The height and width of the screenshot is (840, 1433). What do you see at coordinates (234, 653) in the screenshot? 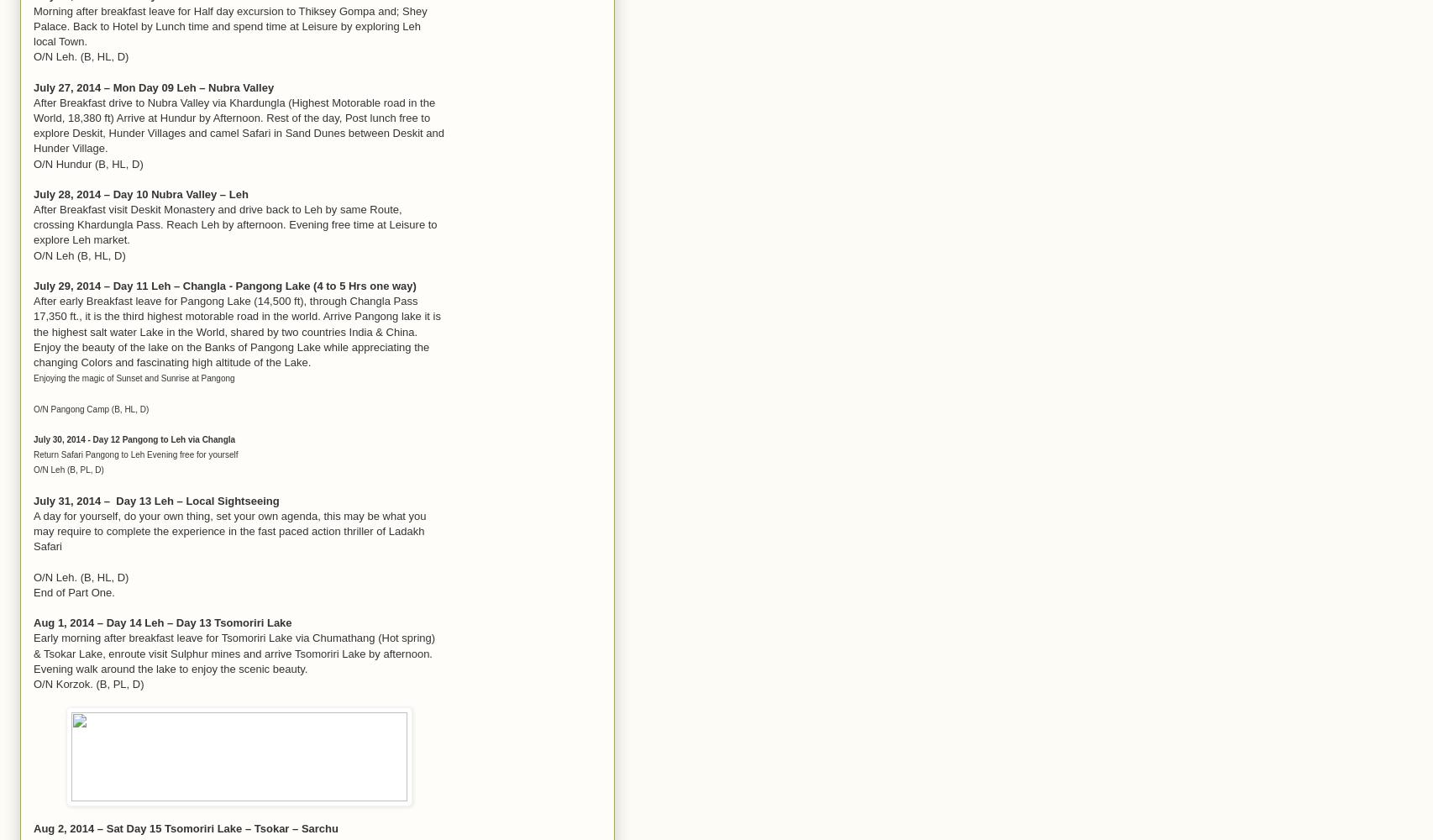
I see `'Early morning after breakfast leave for Tsomoriri Lake via Chumathang (Hot spring) & Tsokar Lake, enroute visit Sulphur mines and arrive Tsomoriri Lake by afternoon. Evening walk around the lake to enjoy the scenic beauty.'` at bounding box center [234, 653].